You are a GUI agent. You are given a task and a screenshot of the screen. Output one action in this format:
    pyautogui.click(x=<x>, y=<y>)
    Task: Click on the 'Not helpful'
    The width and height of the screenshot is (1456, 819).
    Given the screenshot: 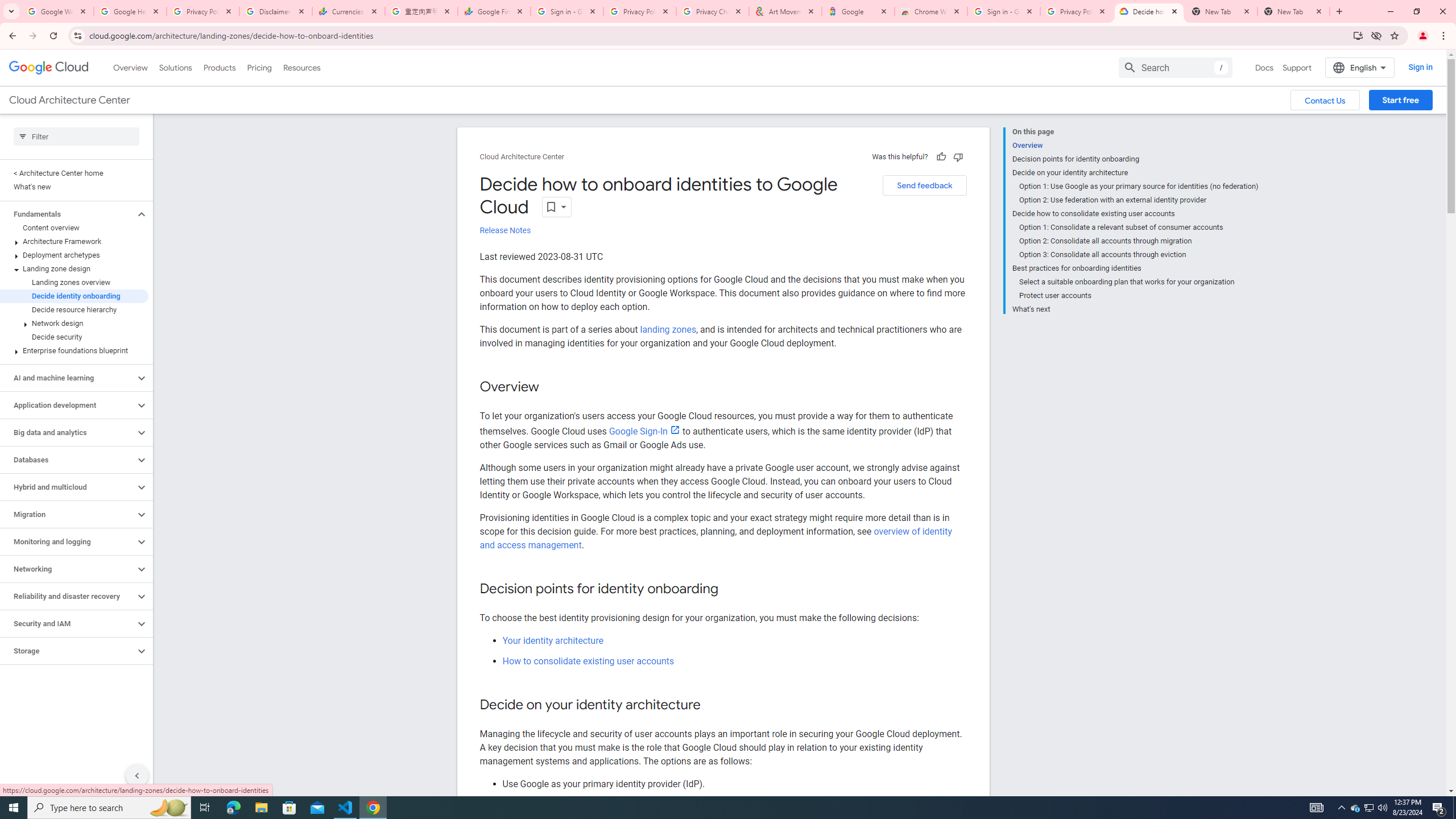 What is the action you would take?
    pyautogui.click(x=957, y=156)
    